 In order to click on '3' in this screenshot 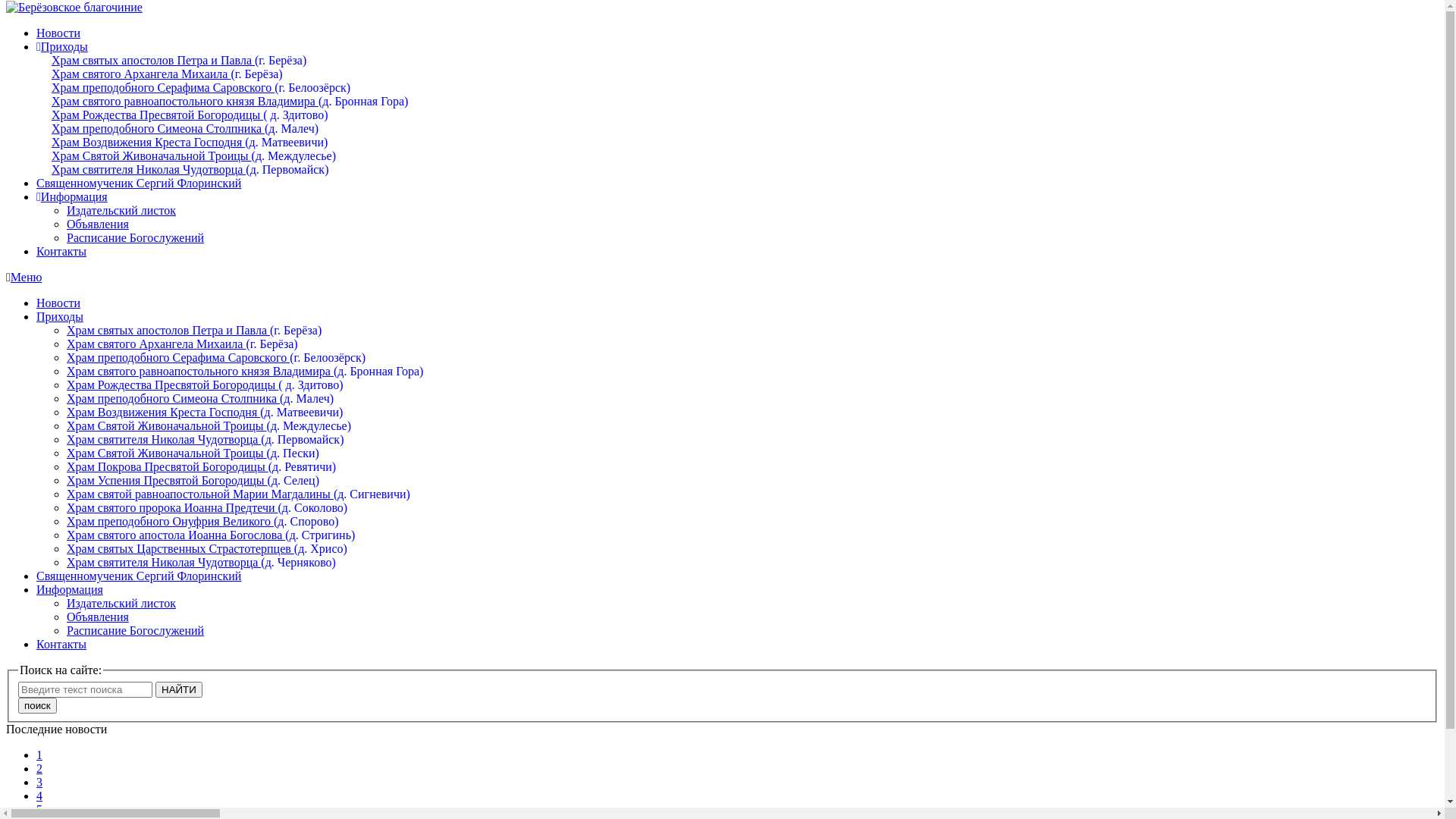, I will do `click(36, 782)`.